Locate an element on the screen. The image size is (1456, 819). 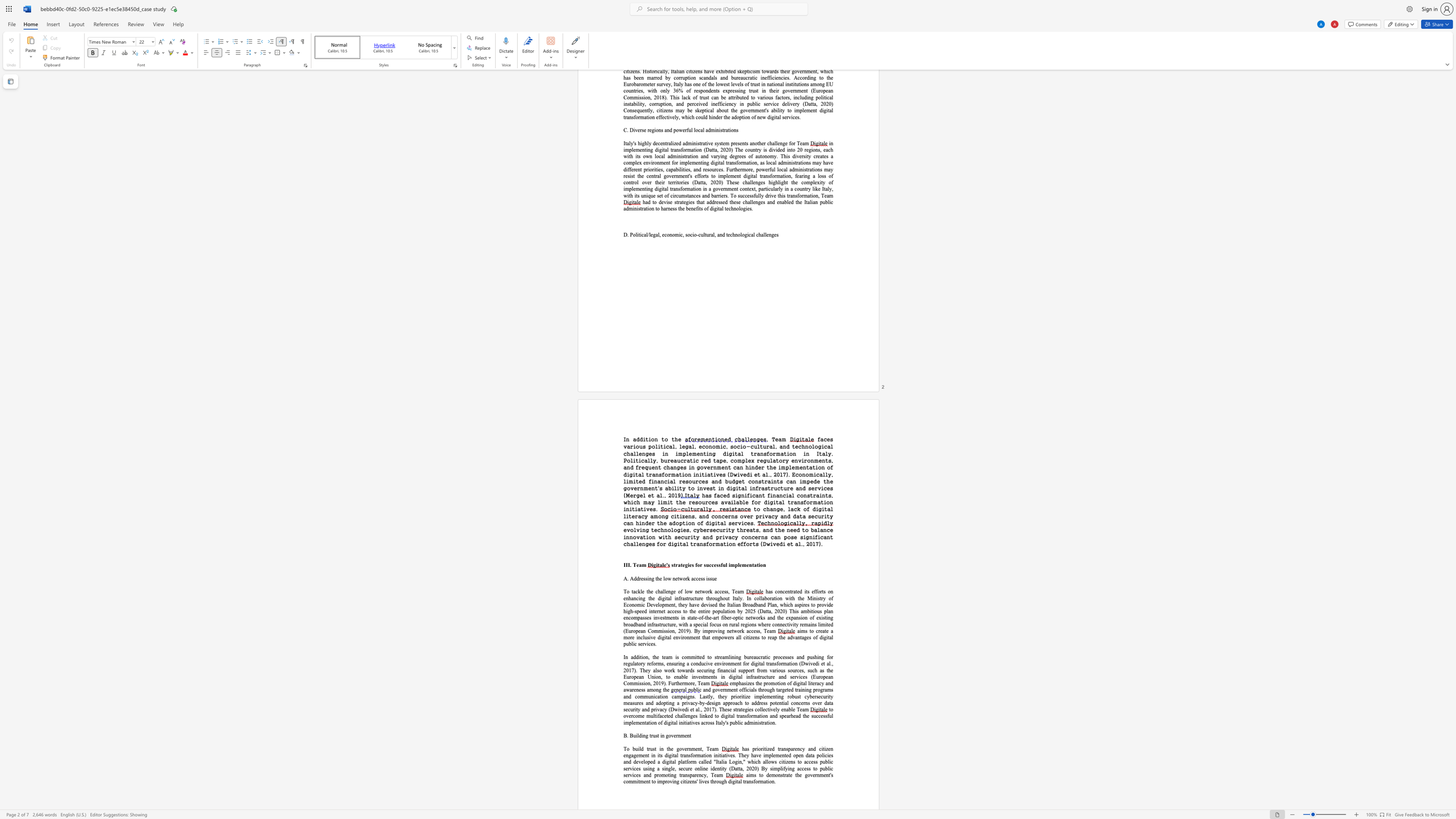
the subset text ". Team" within the text "III. Team" is located at coordinates (630, 564).